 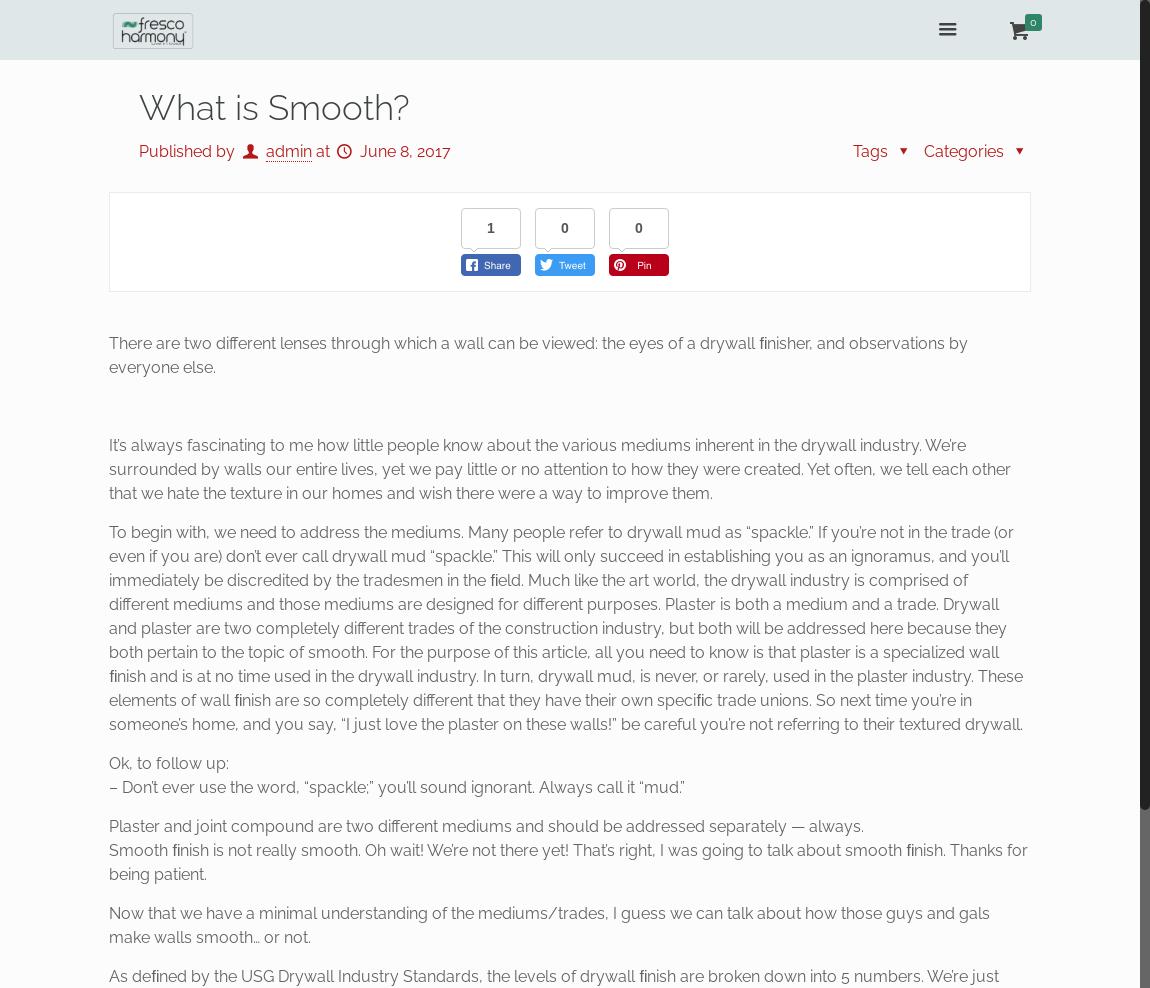 What do you see at coordinates (966, 150) in the screenshot?
I see `'Categories'` at bounding box center [966, 150].